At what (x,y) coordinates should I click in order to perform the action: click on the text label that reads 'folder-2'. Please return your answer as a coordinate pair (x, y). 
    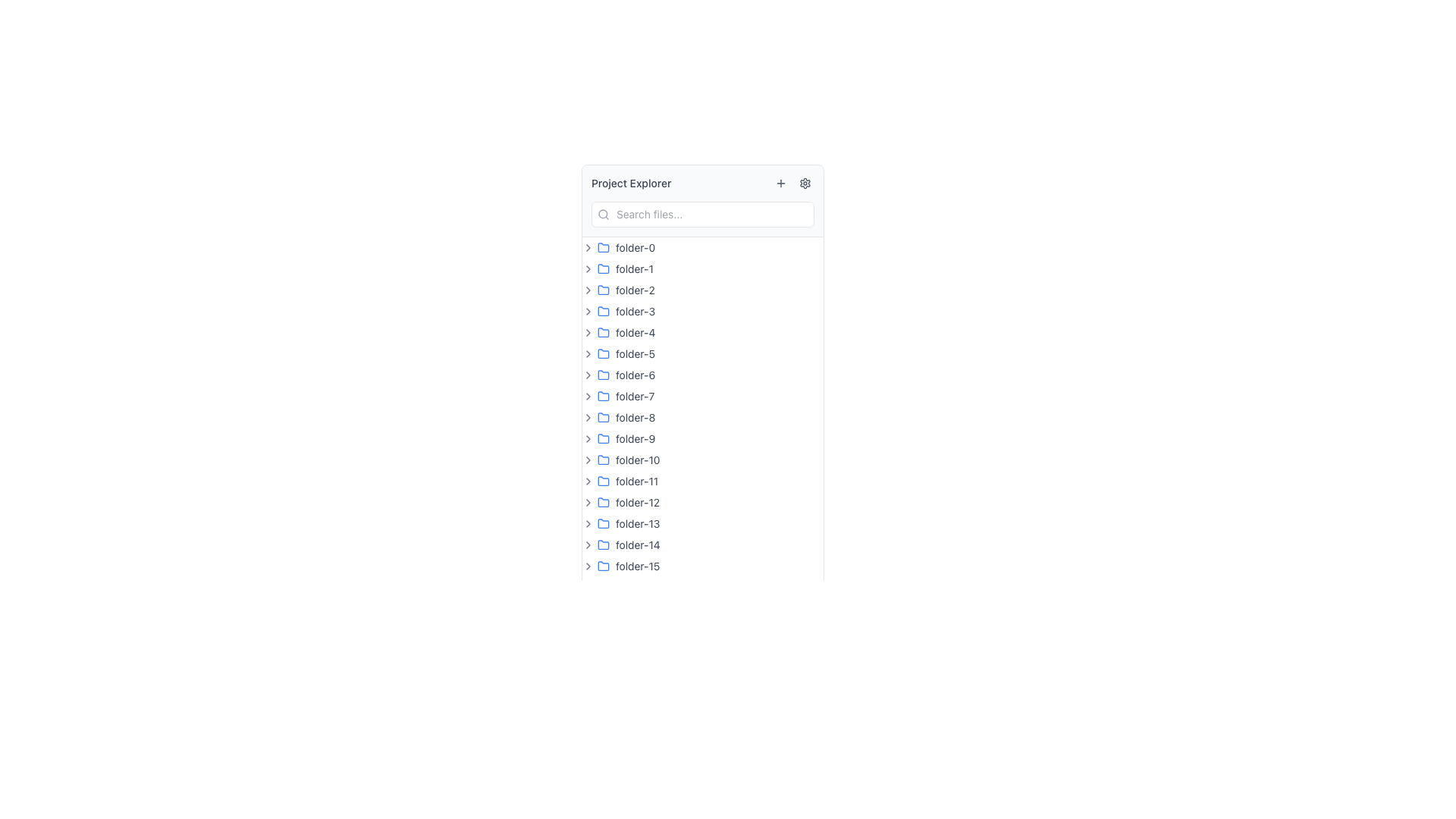
    Looking at the image, I should click on (635, 290).